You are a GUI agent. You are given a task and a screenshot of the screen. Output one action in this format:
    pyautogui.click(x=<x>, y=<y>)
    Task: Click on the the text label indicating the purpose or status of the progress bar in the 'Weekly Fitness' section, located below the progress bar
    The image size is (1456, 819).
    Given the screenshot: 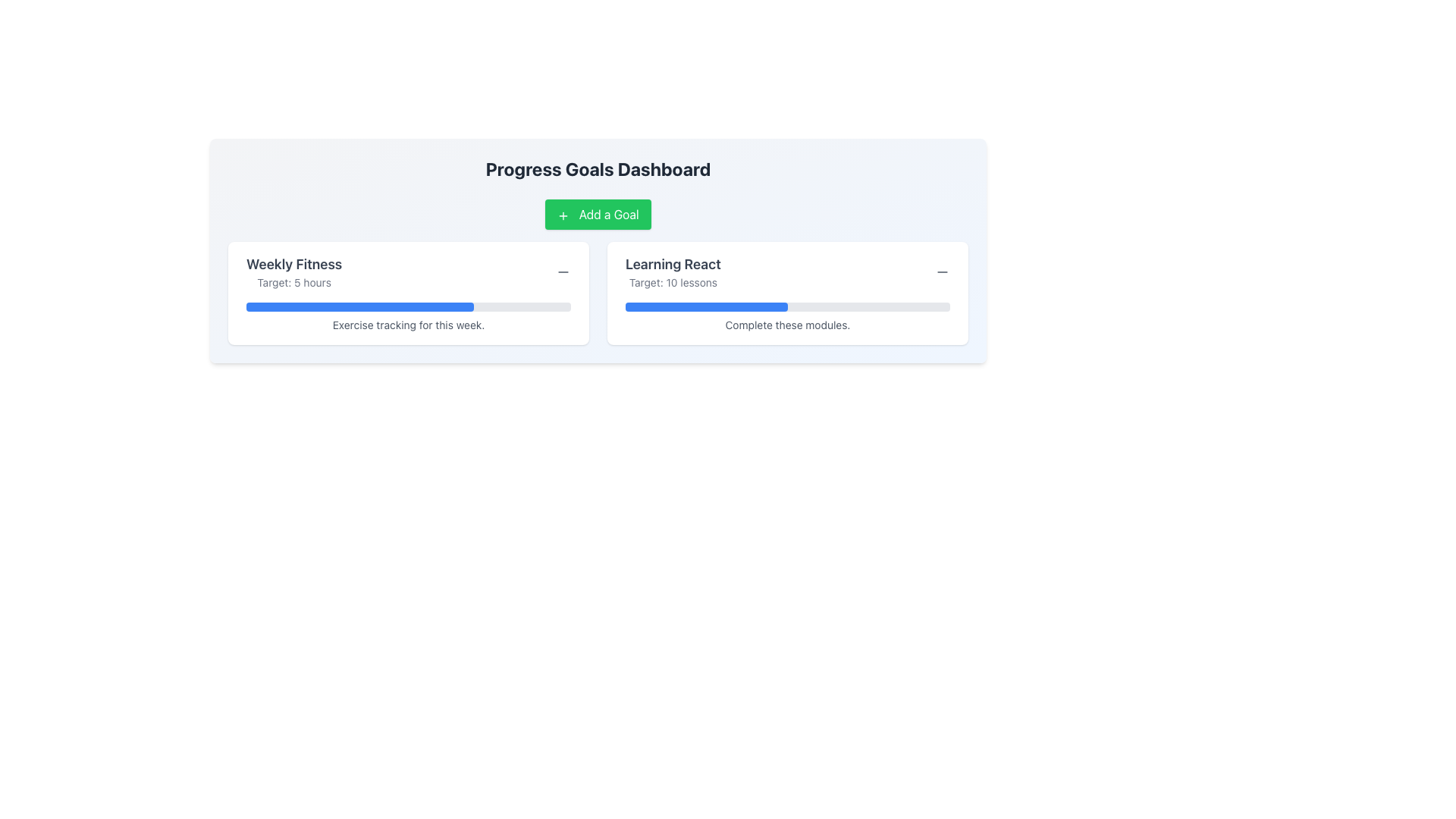 What is the action you would take?
    pyautogui.click(x=408, y=317)
    